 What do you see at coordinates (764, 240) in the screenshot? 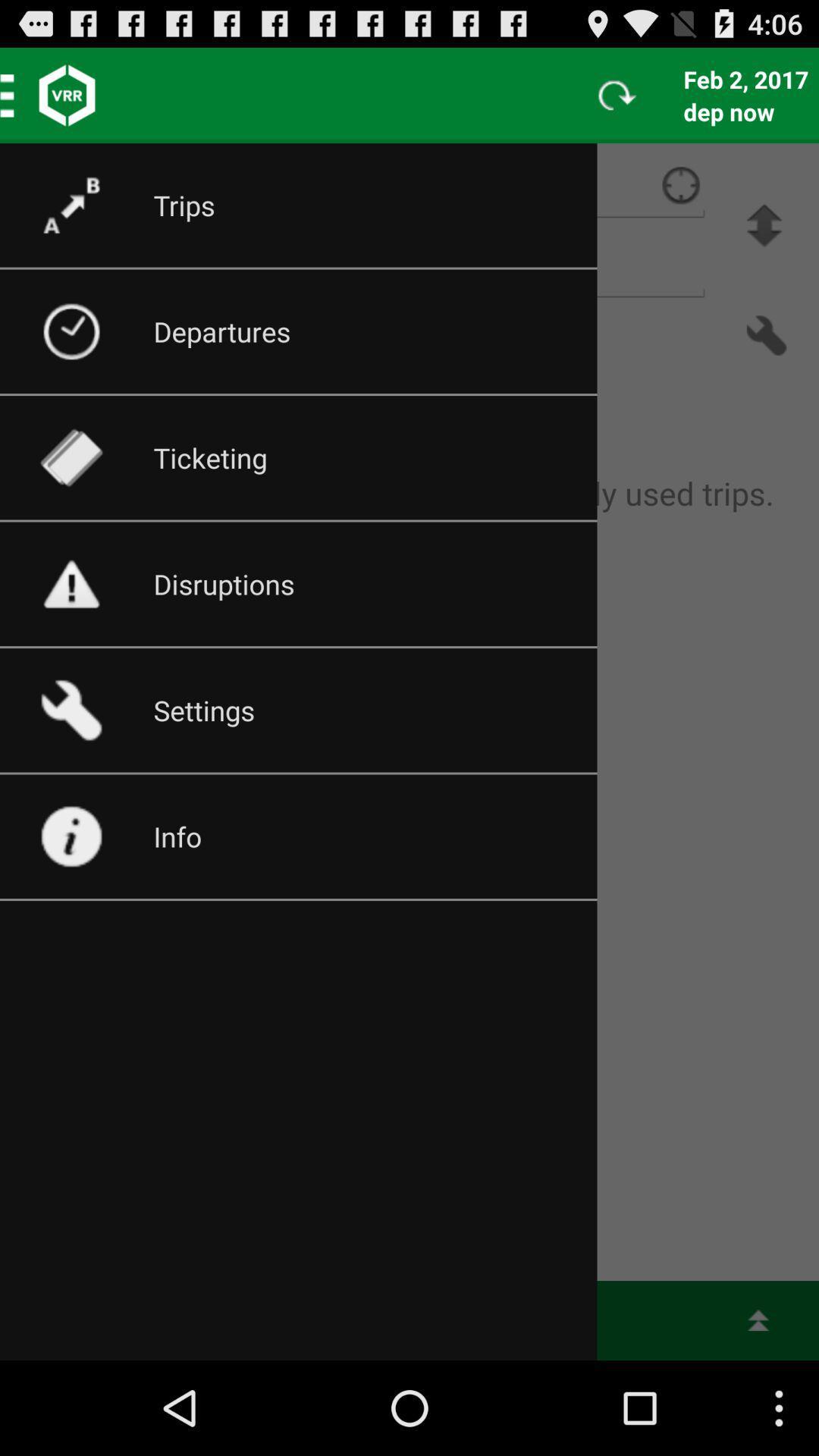
I see `the arrow_upward icon` at bounding box center [764, 240].